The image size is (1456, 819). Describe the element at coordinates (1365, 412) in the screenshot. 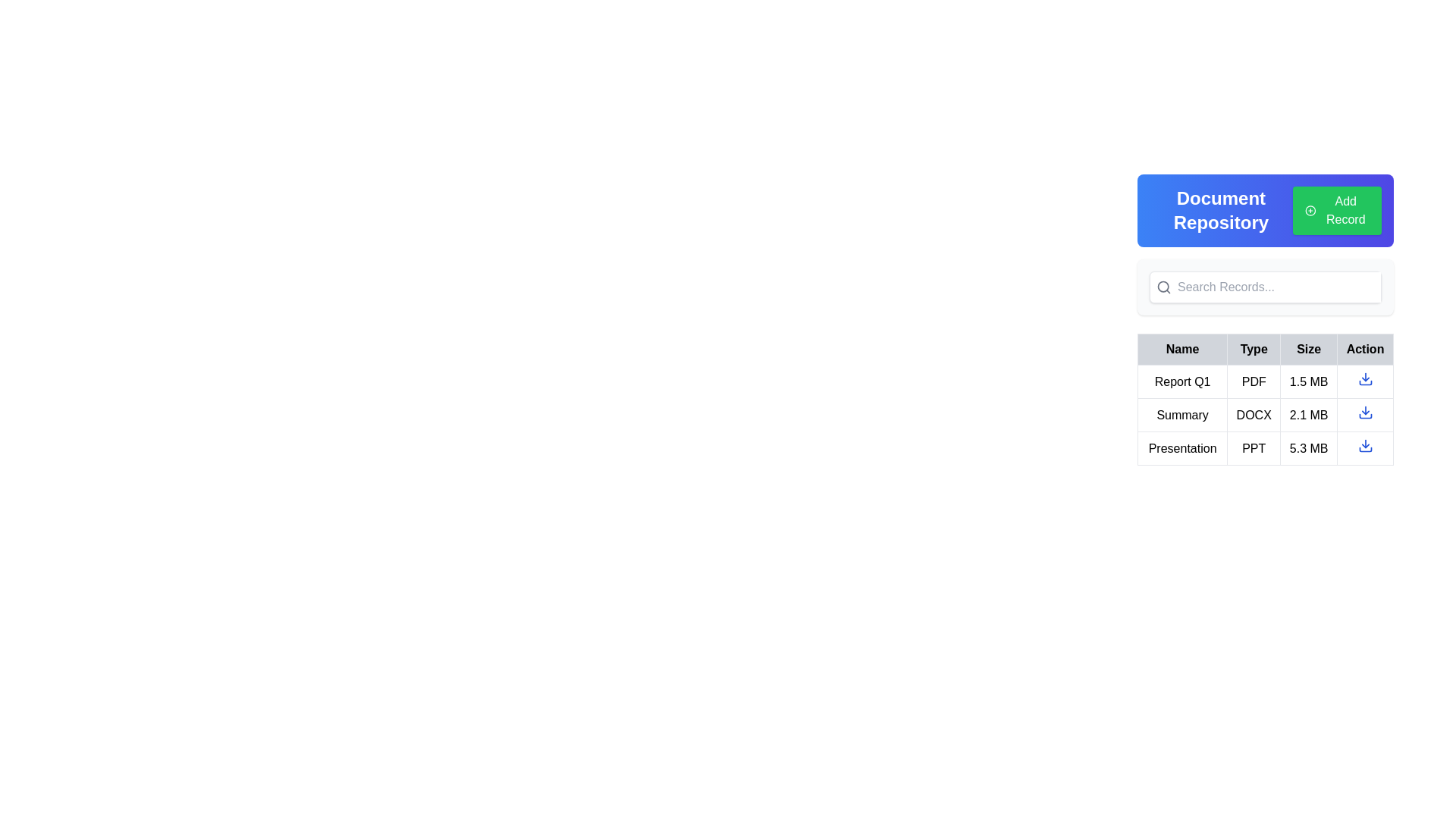

I see `the blue download icon in the 'Action' column of the second row corresponding to the 'Summary' file details to initiate the download` at that location.